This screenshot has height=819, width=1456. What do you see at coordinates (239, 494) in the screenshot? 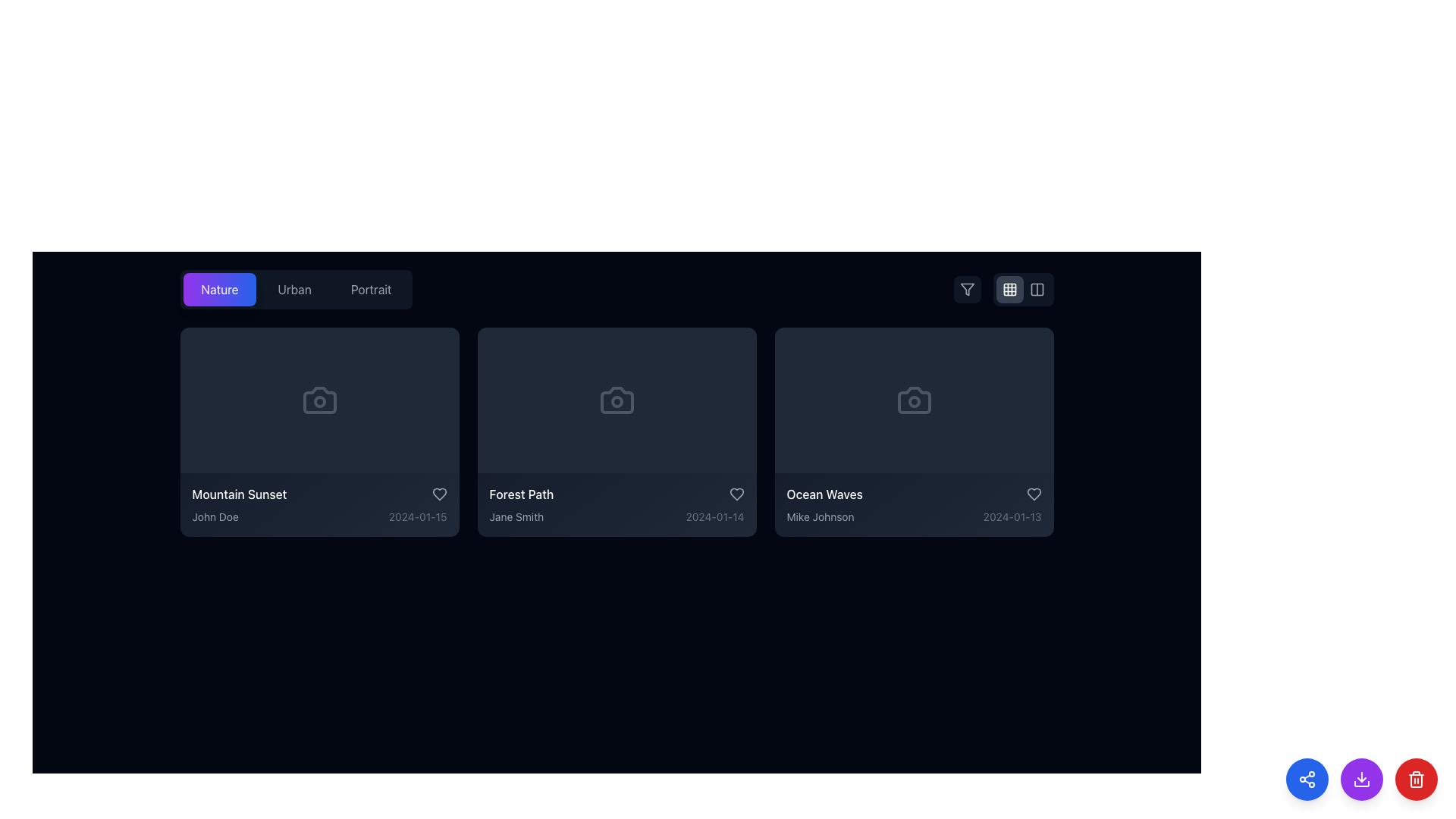
I see `the 'Mountain Sunset' text label, which is the title of a displayed item located at the left-bottom side of the card component, above a small label with a name and date` at bounding box center [239, 494].